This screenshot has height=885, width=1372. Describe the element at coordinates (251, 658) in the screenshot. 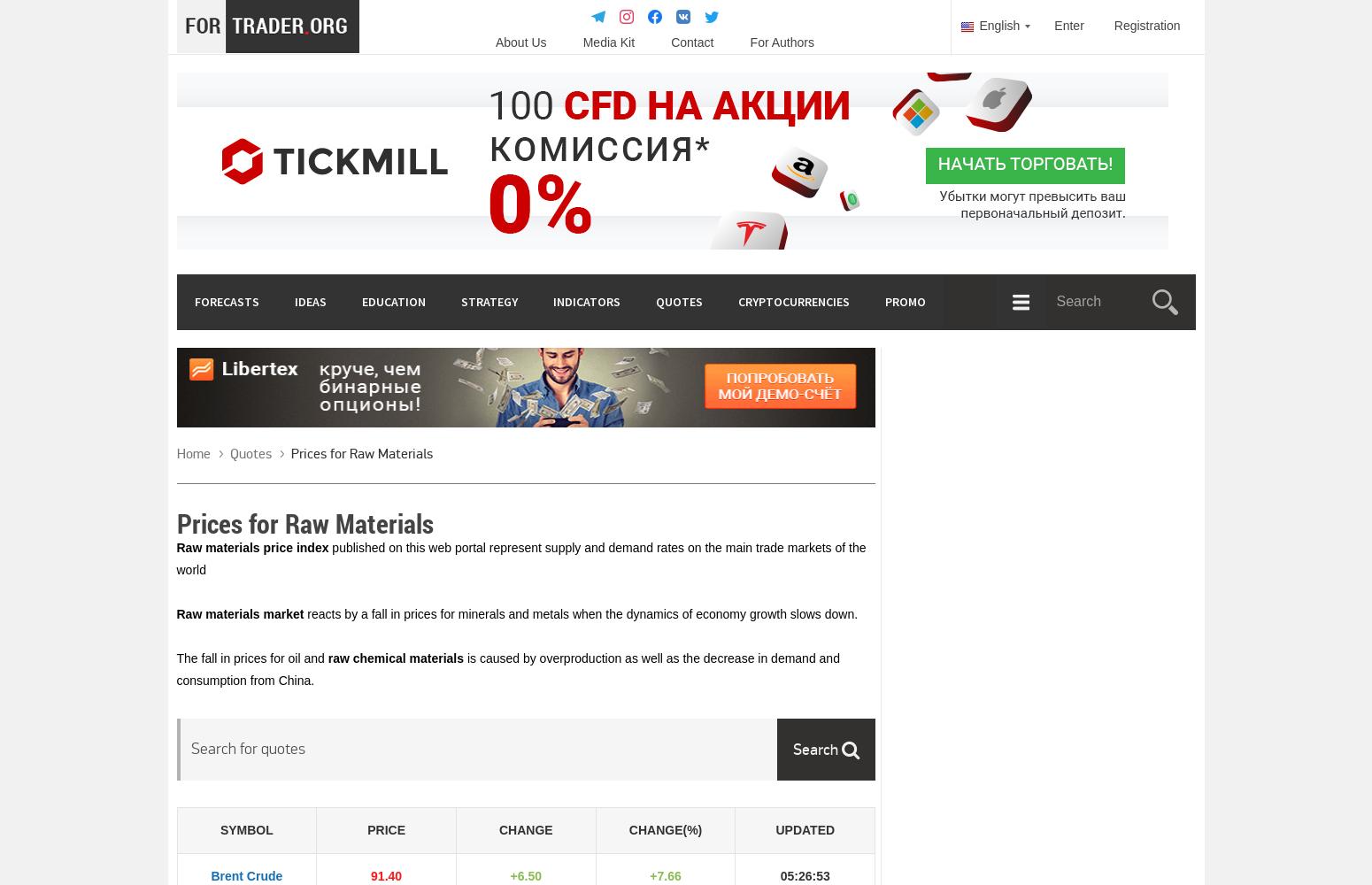

I see `'The fall in prices for oil and'` at that location.